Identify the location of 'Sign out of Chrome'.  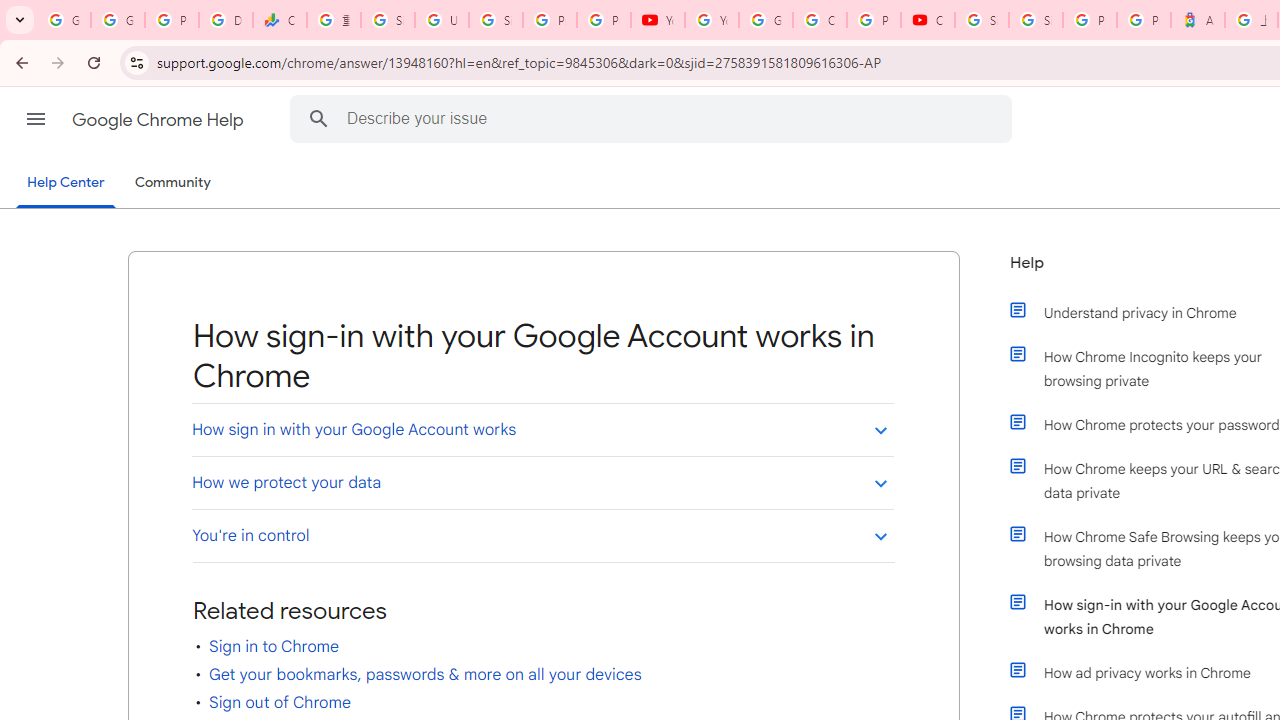
(278, 701).